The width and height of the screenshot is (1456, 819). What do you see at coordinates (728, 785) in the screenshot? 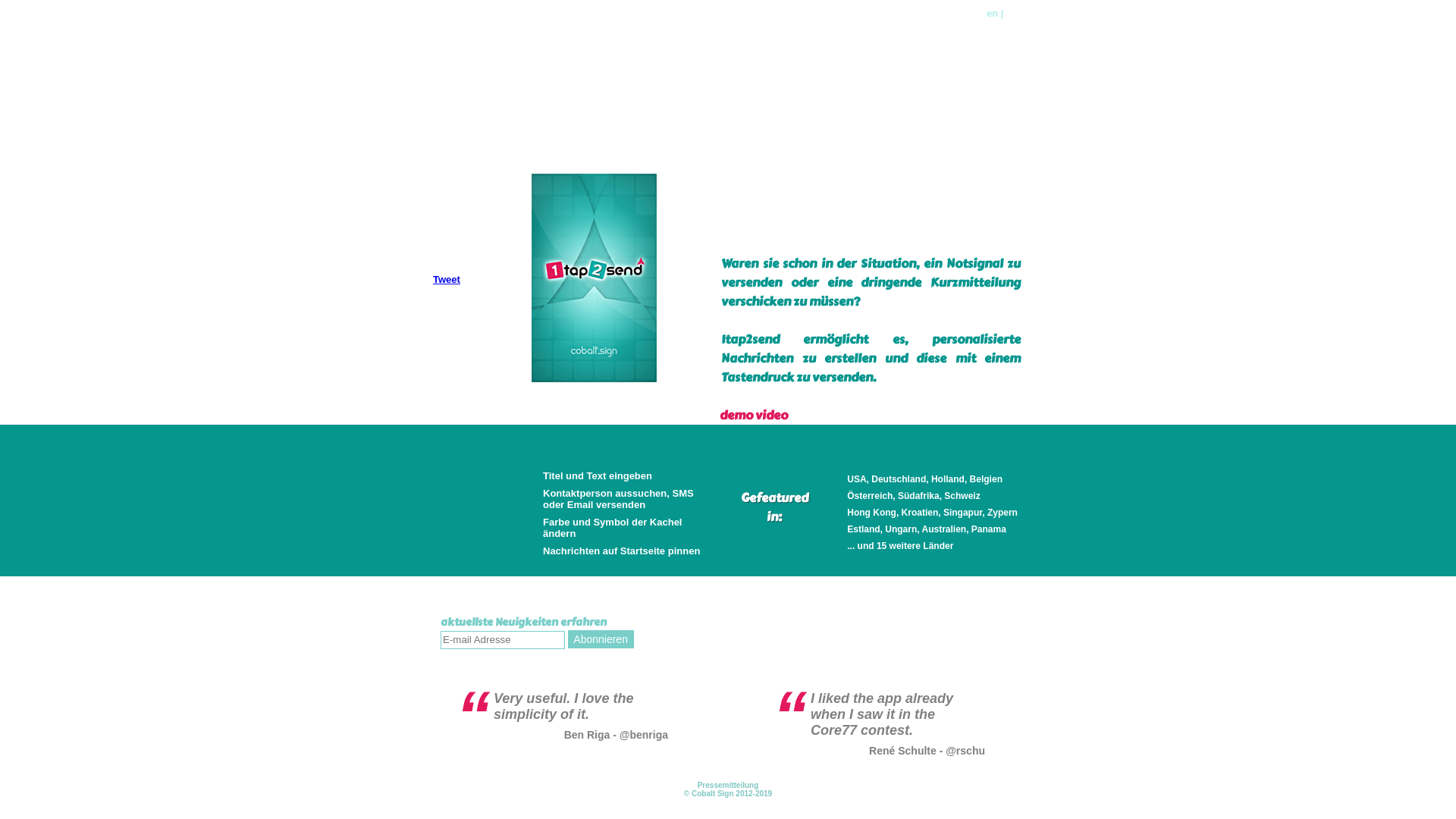
I see `'Pressemitteilung'` at bounding box center [728, 785].